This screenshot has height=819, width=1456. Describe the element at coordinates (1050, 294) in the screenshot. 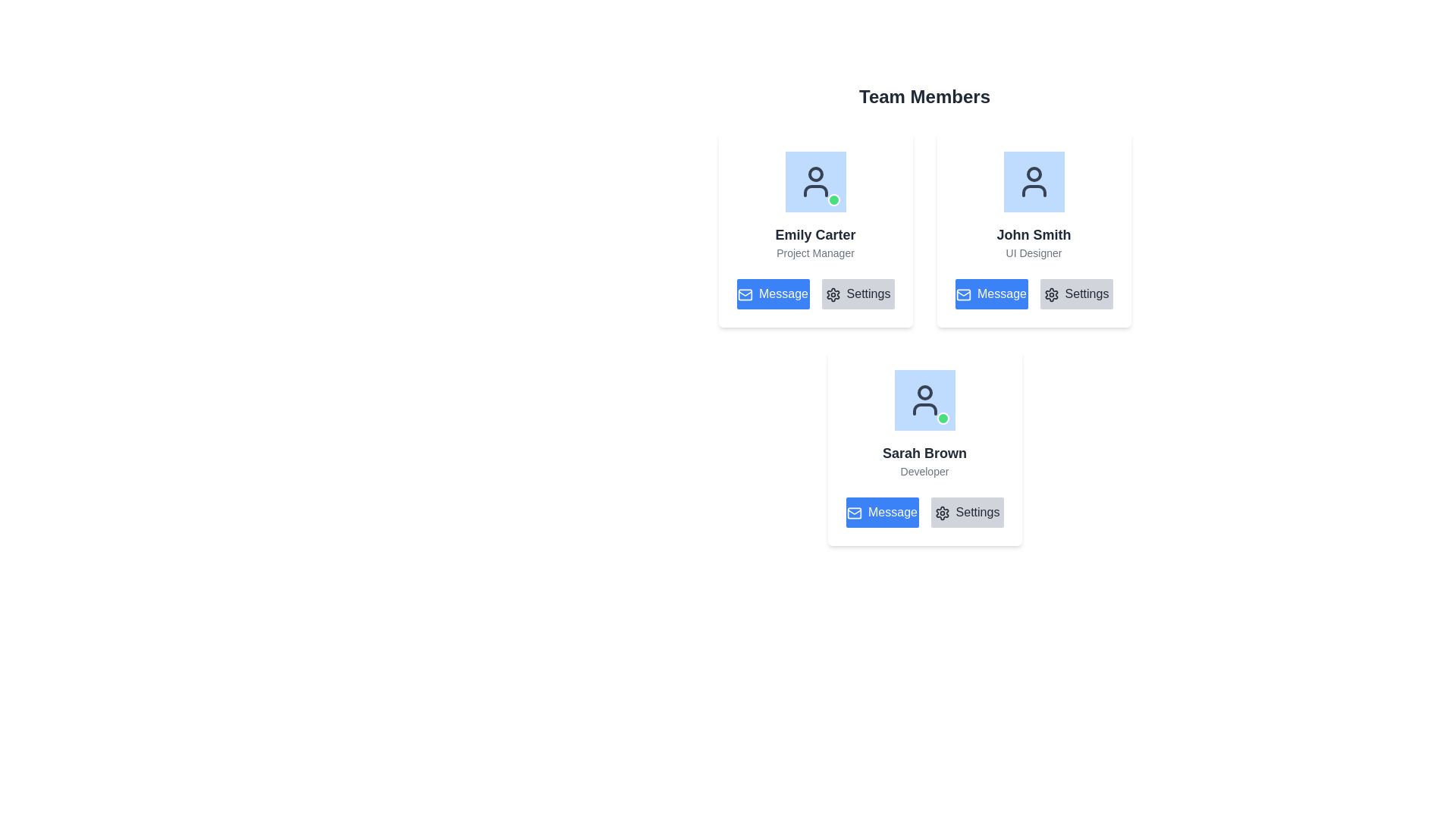

I see `the gear icon located at the top-left of the Settings button in John Smith's user card, which is the middle card in the layout` at that location.